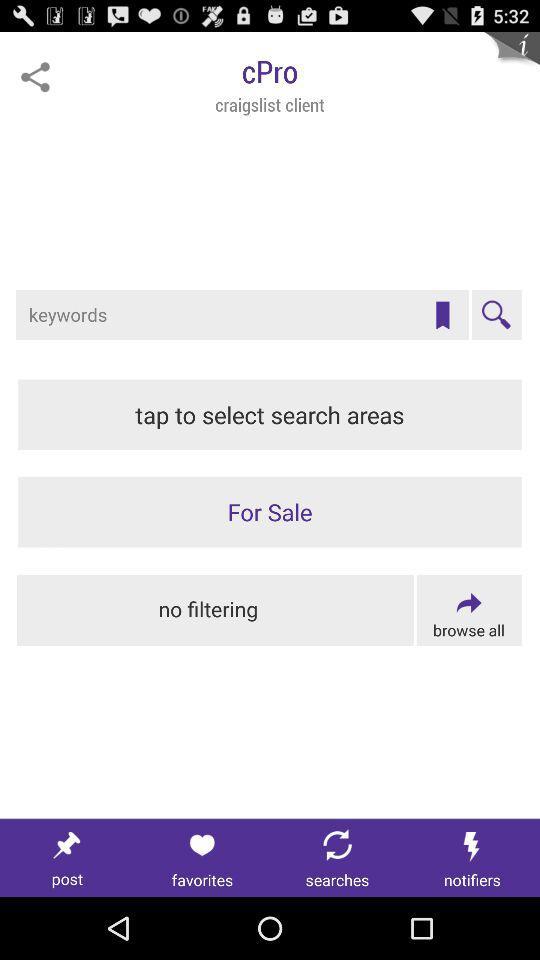 This screenshot has height=960, width=540. I want to click on input text, so click(242, 315).